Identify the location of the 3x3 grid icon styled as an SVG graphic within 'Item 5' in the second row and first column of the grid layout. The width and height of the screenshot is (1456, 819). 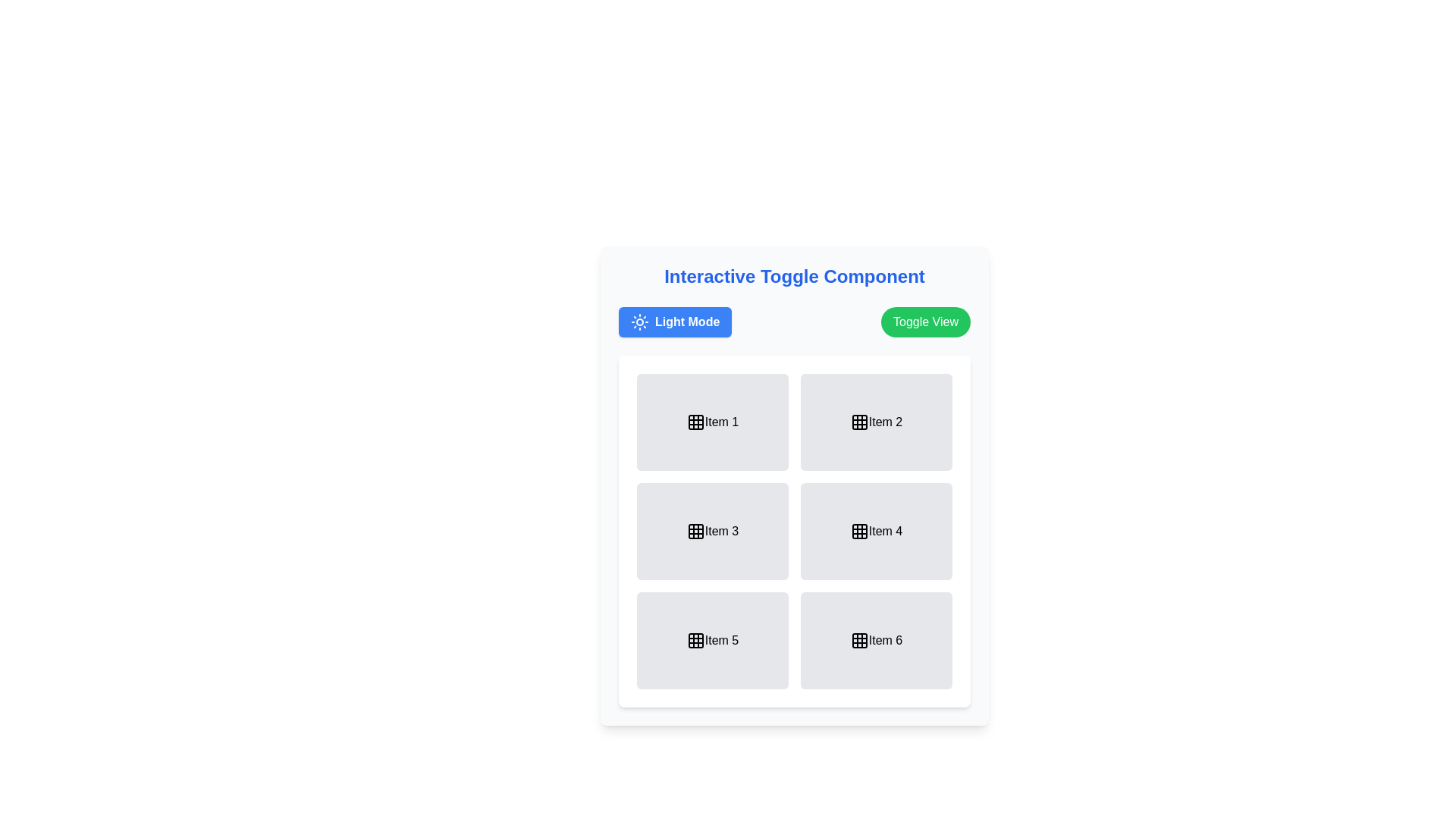
(695, 640).